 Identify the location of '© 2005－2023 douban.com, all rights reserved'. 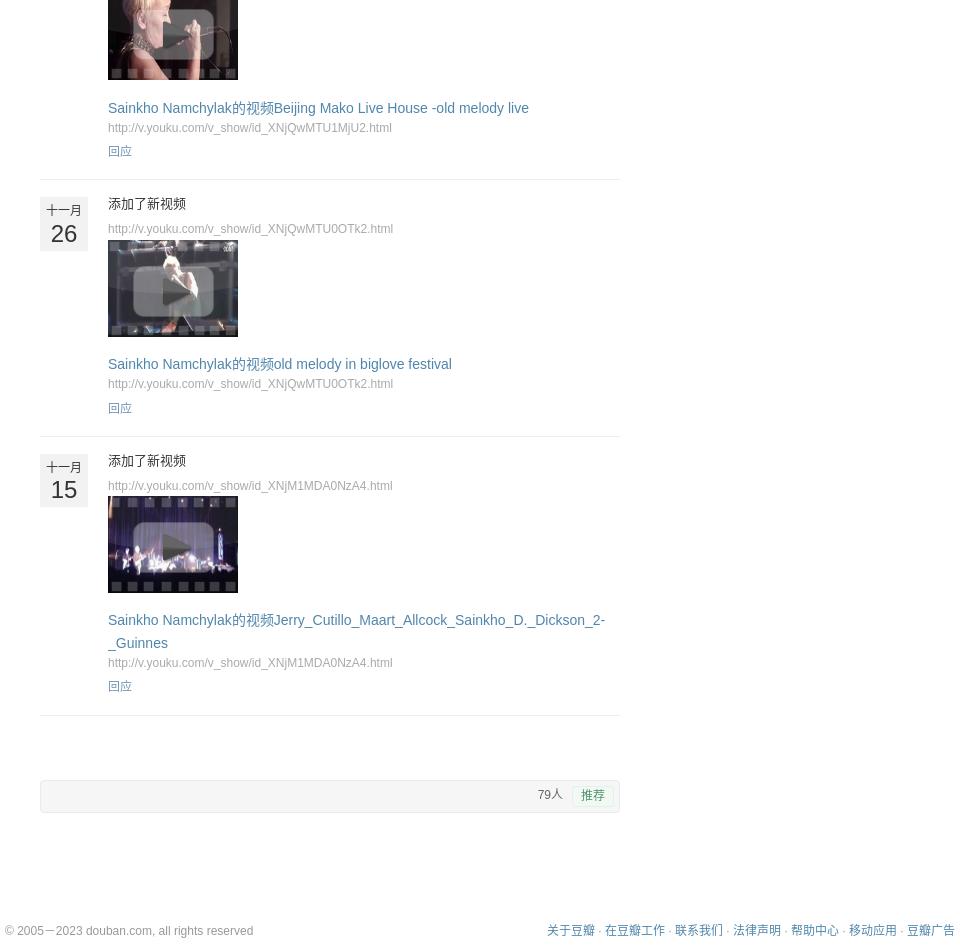
(128, 930).